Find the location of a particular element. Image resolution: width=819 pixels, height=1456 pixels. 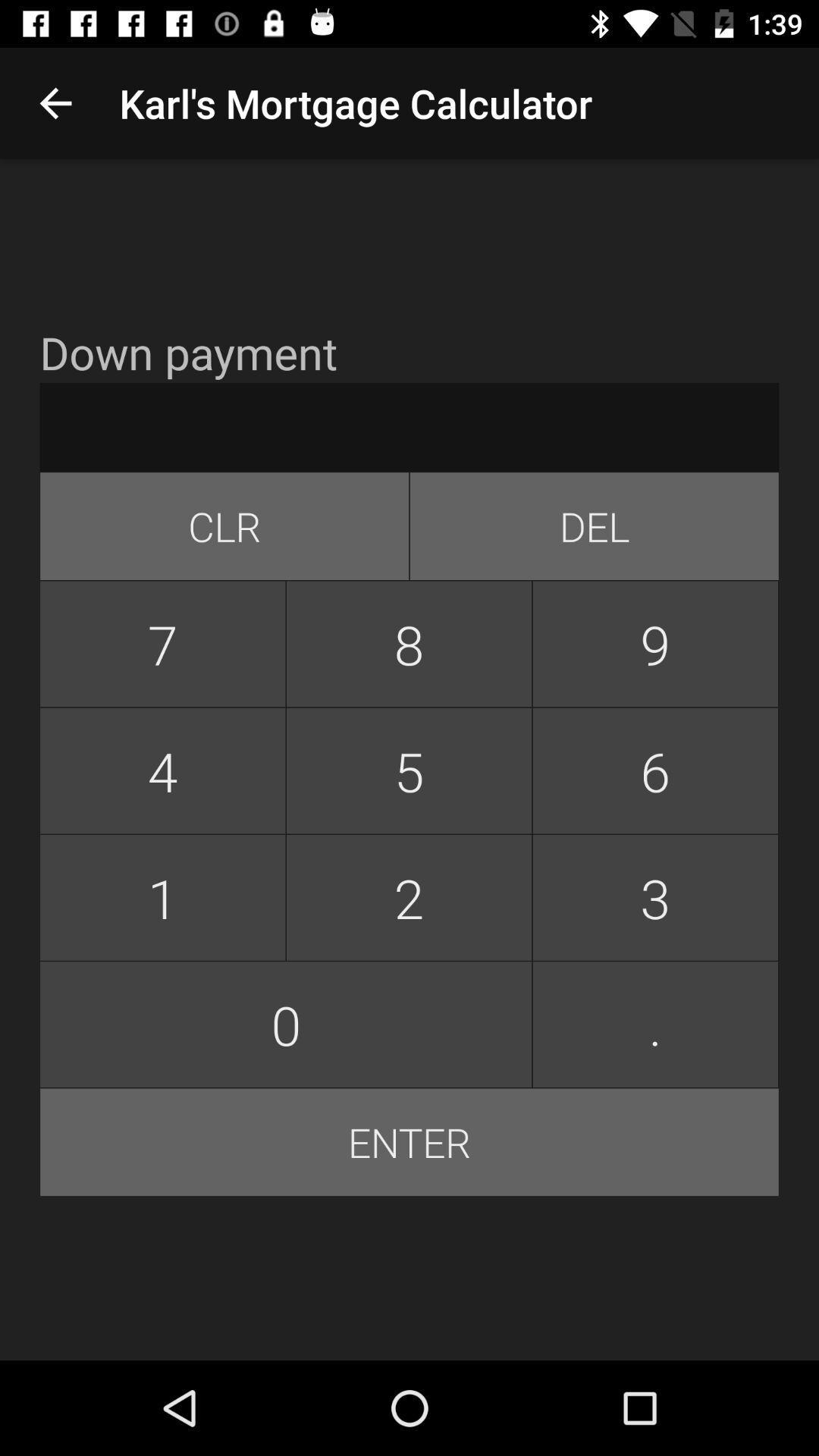

the item below the 0 is located at coordinates (409, 1142).